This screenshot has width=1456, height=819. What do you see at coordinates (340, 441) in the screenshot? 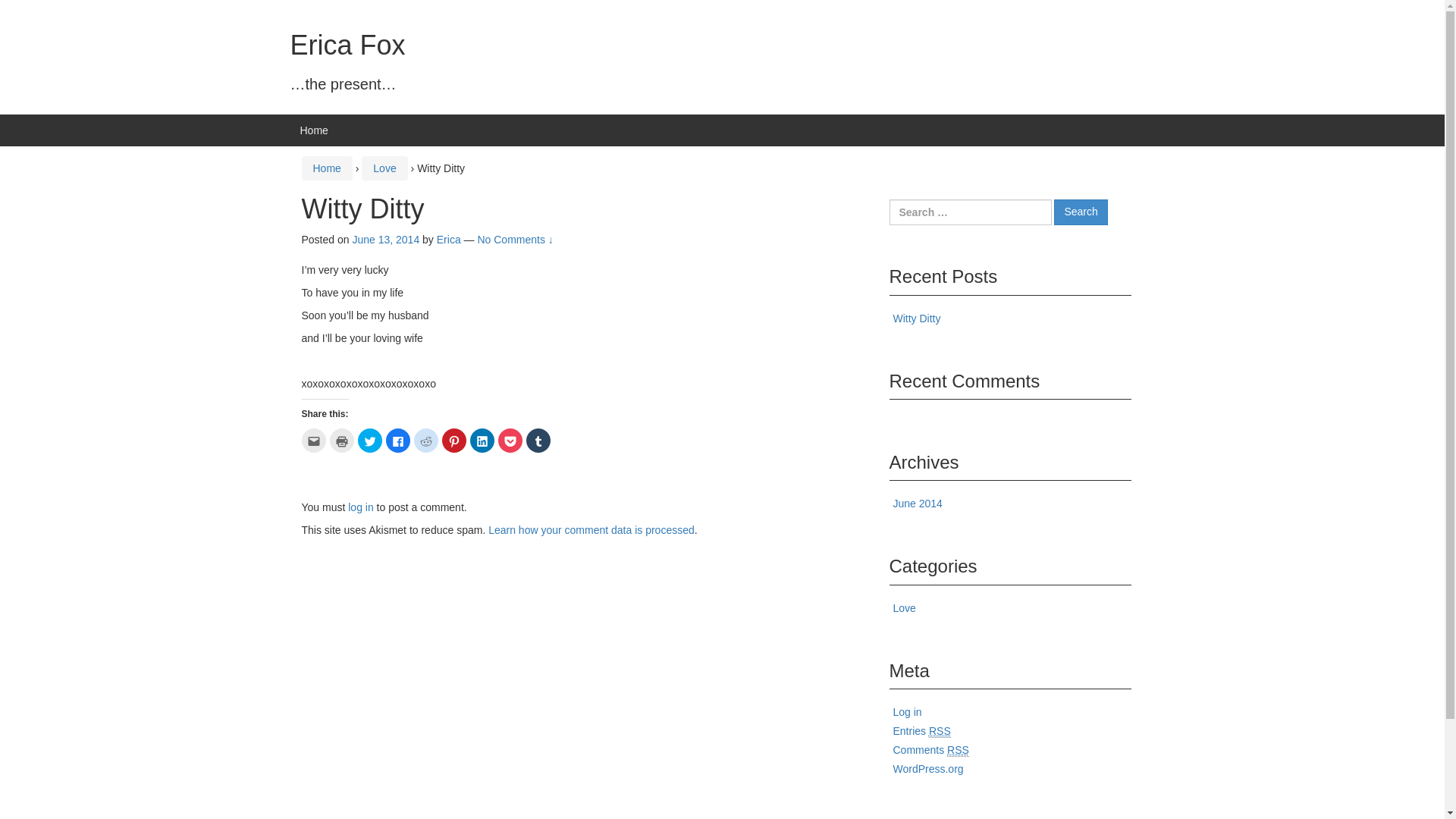
I see `'Click to print (Opens in new window)'` at bounding box center [340, 441].